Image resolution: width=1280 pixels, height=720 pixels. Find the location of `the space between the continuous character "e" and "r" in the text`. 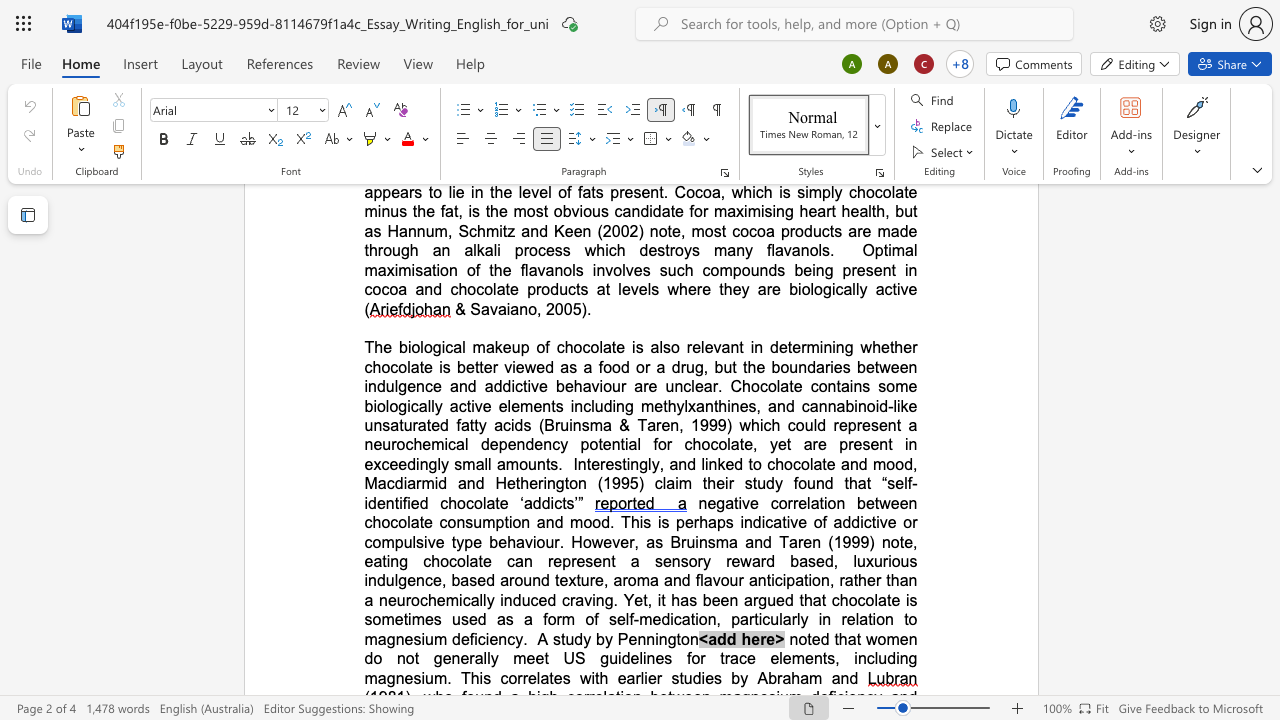

the space between the continuous character "e" and "r" in the text is located at coordinates (758, 639).